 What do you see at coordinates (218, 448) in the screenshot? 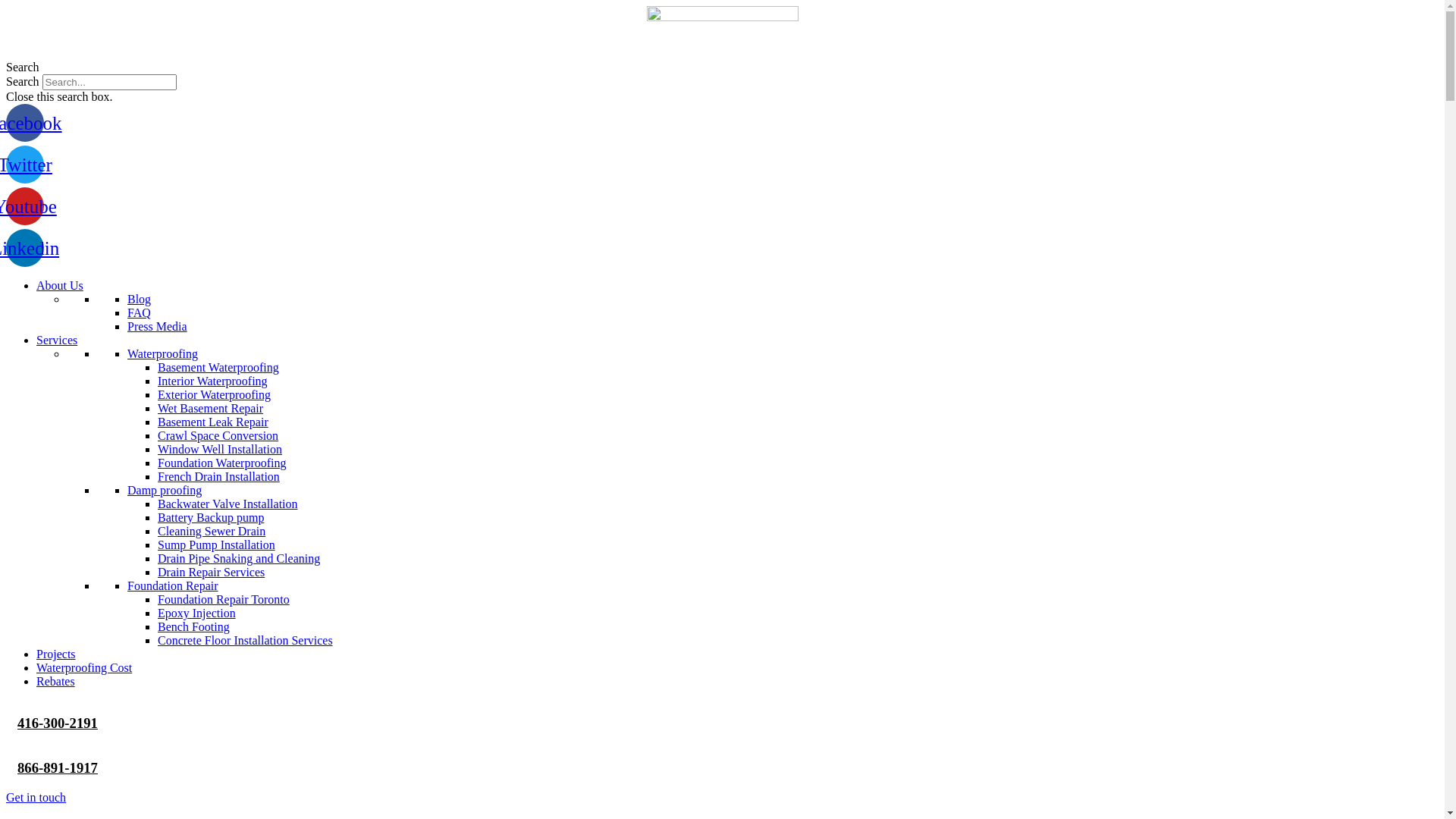
I see `'Window Well Installation'` at bounding box center [218, 448].